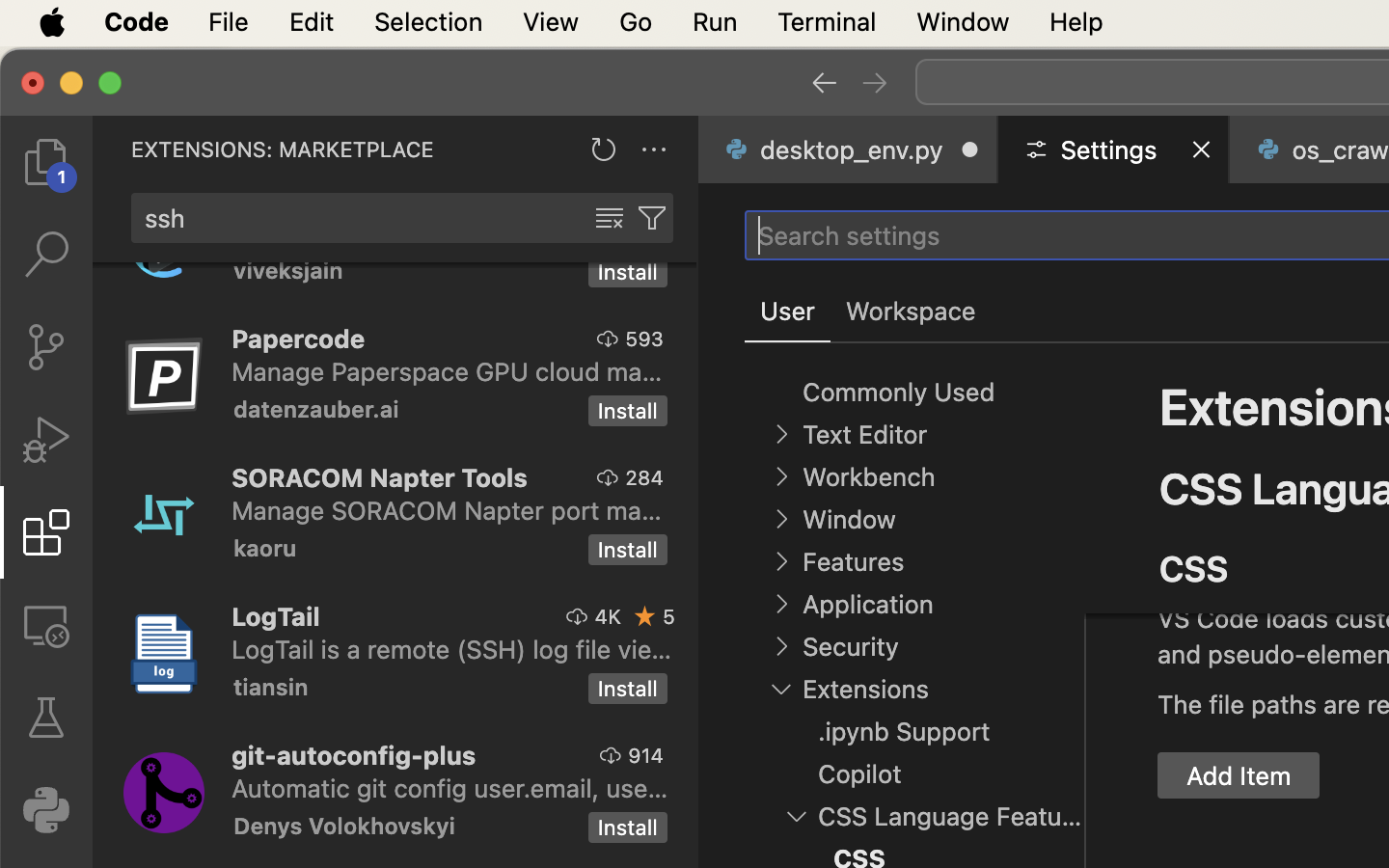  Describe the element at coordinates (44, 439) in the screenshot. I see `'0 '` at that location.